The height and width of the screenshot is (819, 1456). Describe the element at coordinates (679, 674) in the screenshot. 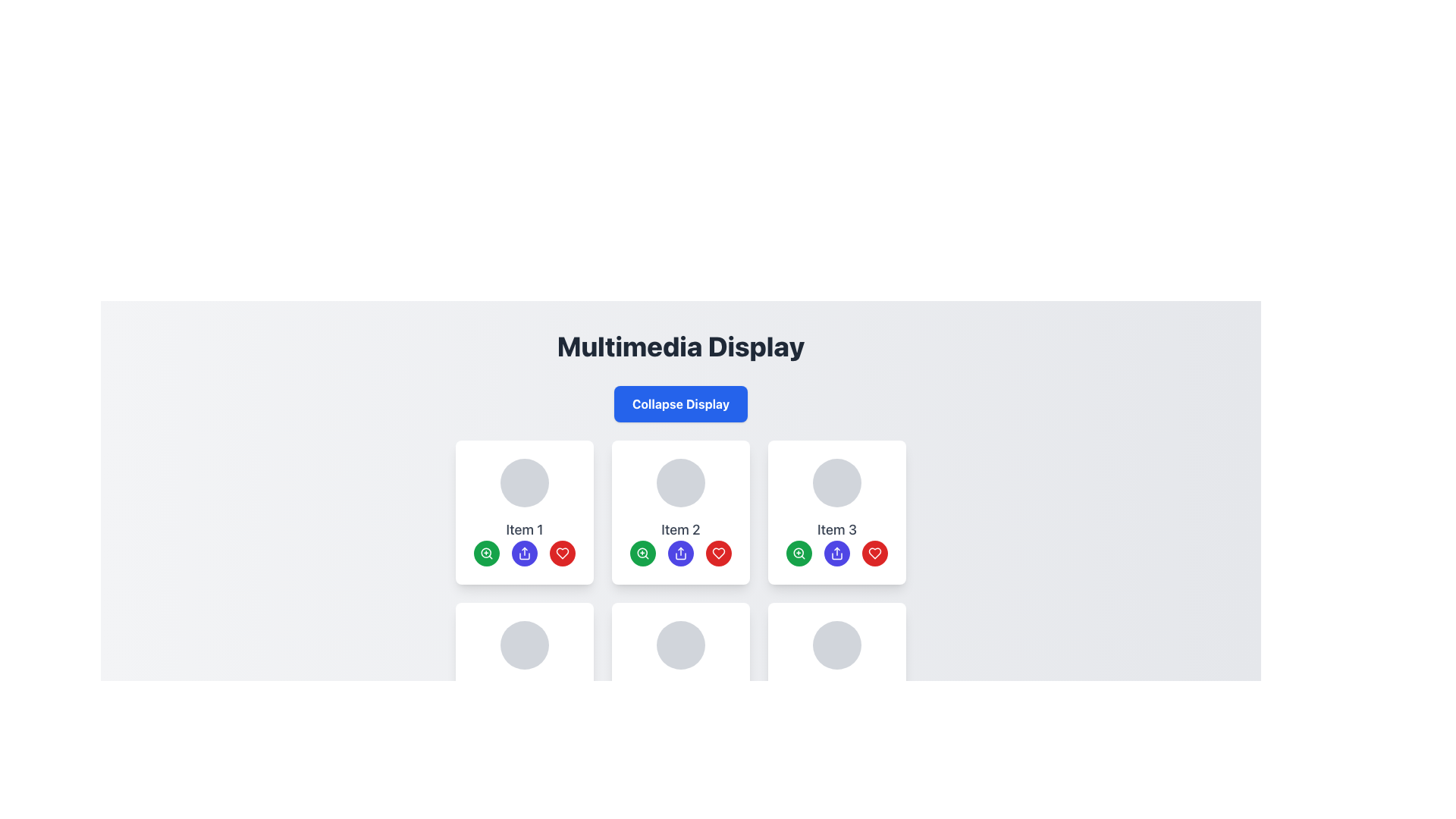

I see `the card located in the second row and middle column of the grid layout` at that location.